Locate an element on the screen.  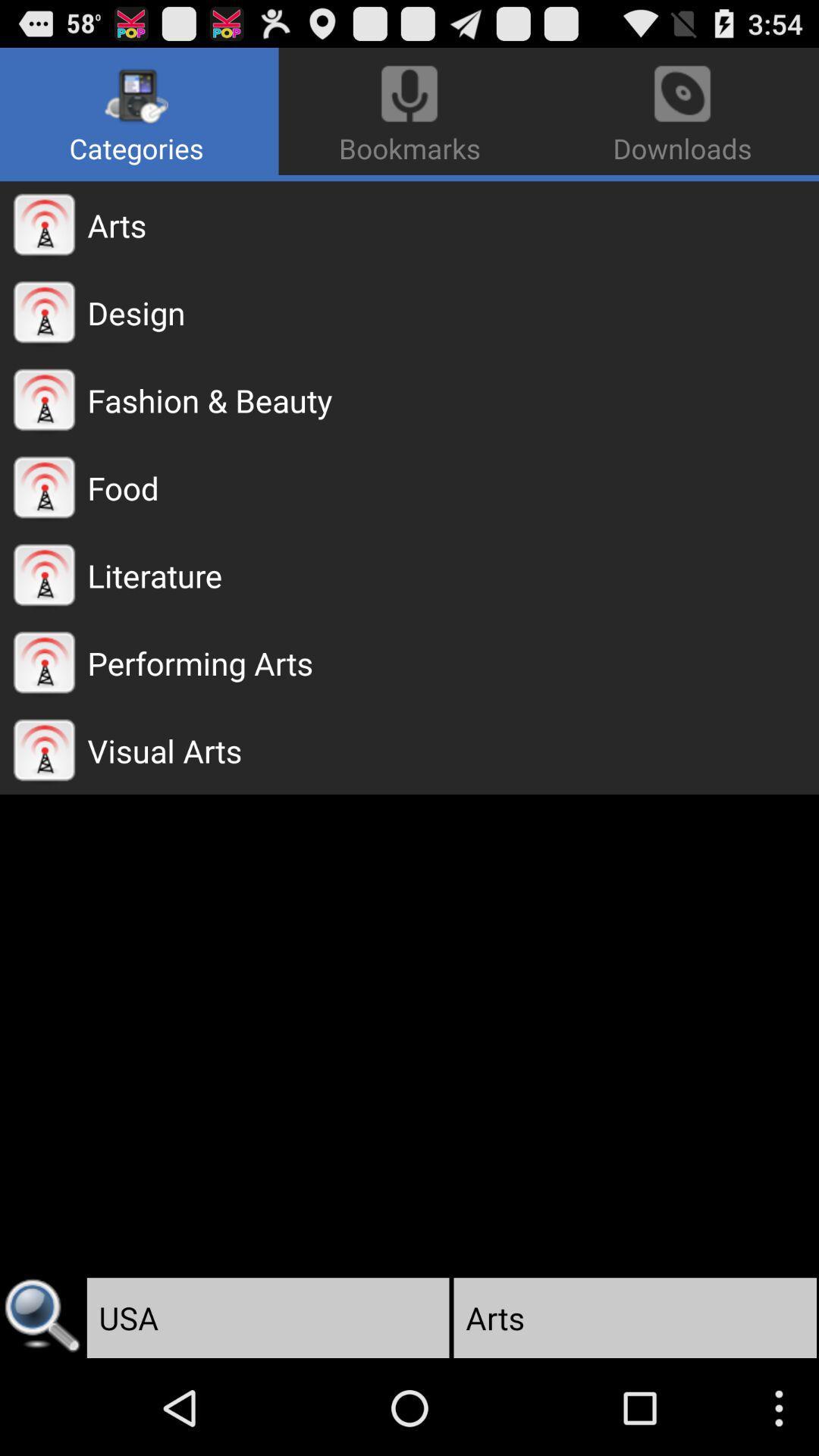
item at the bottom left corner is located at coordinates (41, 1317).